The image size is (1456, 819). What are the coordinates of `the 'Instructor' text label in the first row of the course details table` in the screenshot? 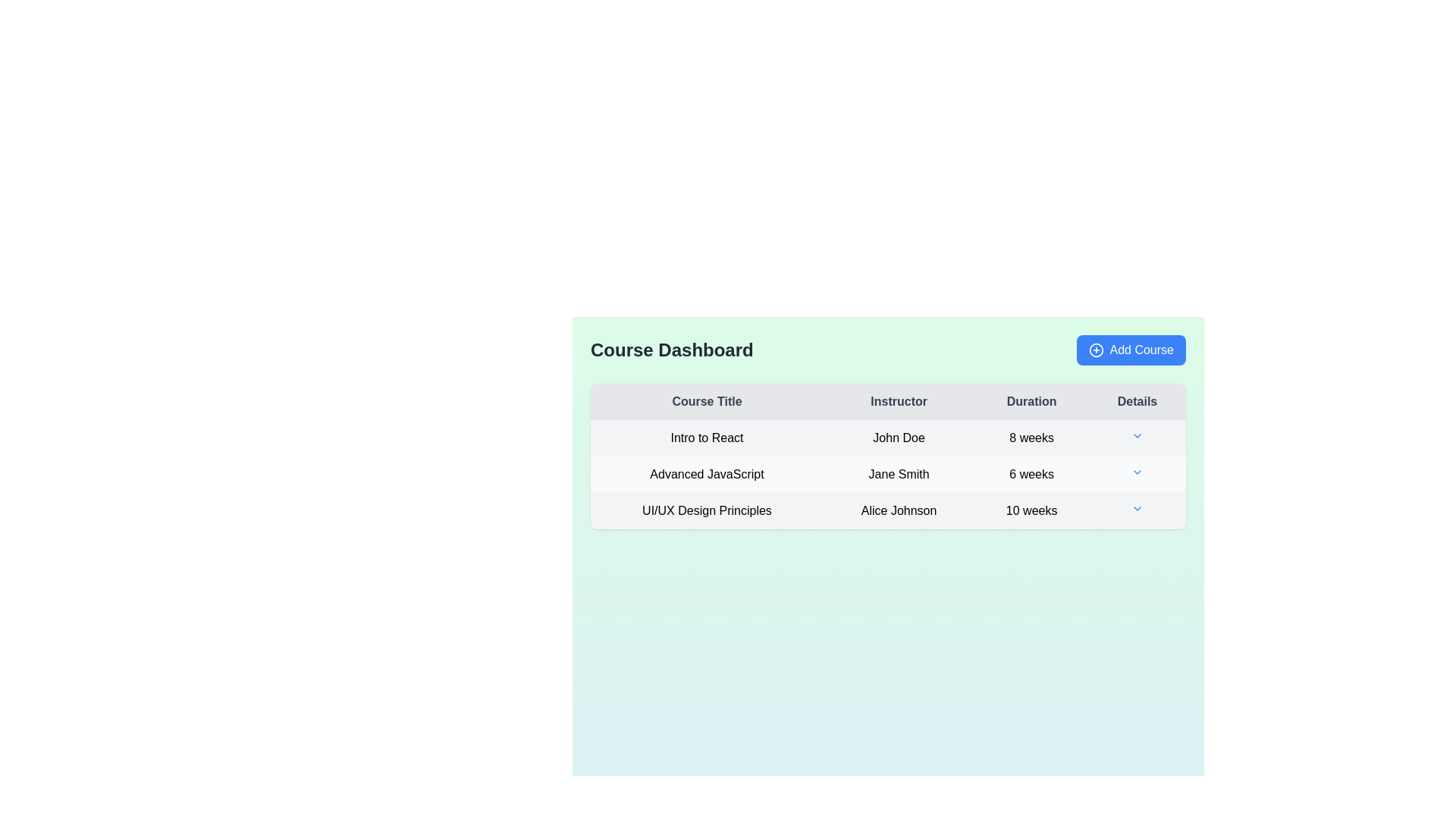 It's located at (899, 438).